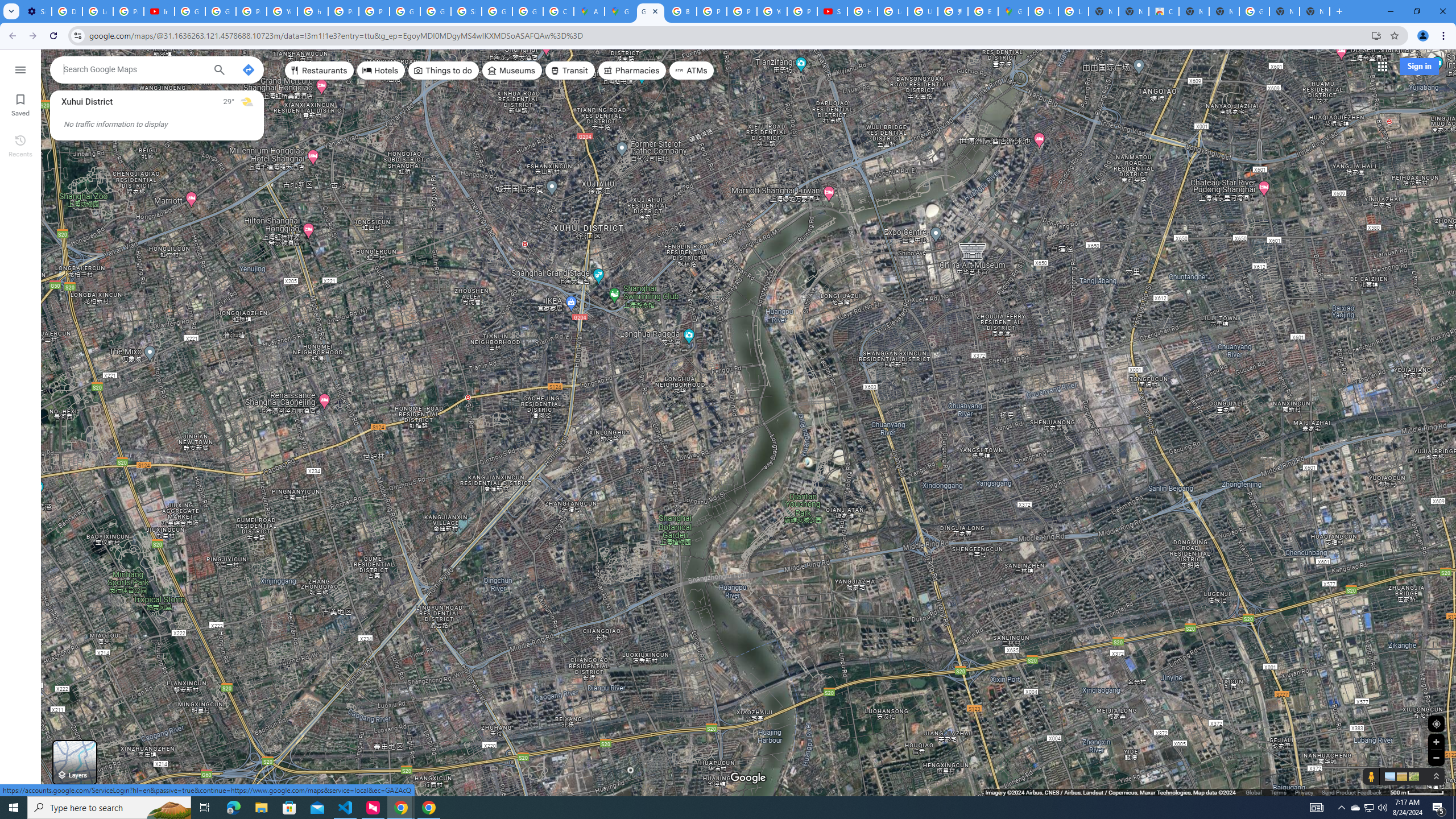 The image size is (1456, 819). I want to click on 'Museums', so click(511, 69).